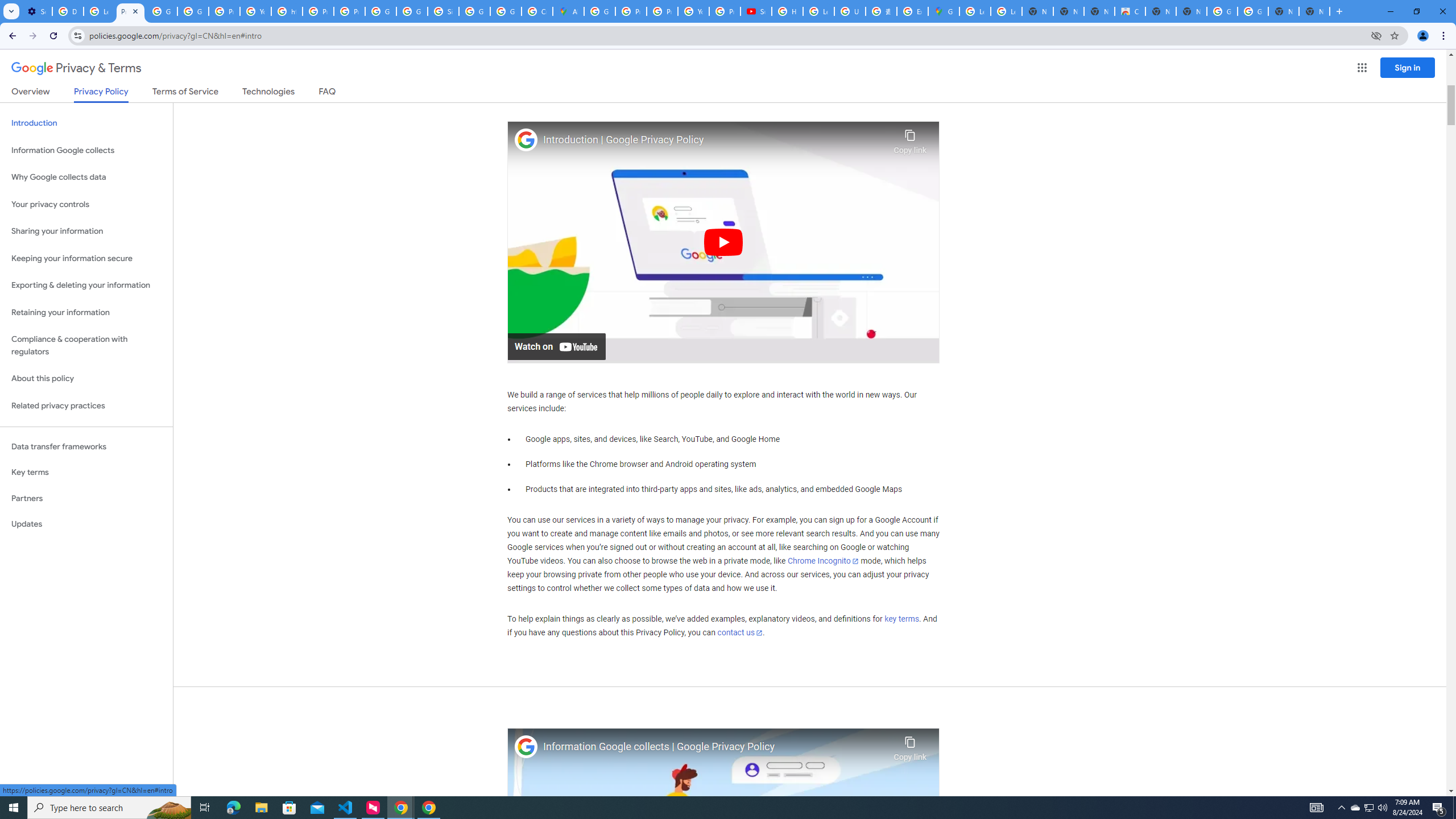 This screenshot has height=819, width=1456. I want to click on 'Terms of Service', so click(185, 93).